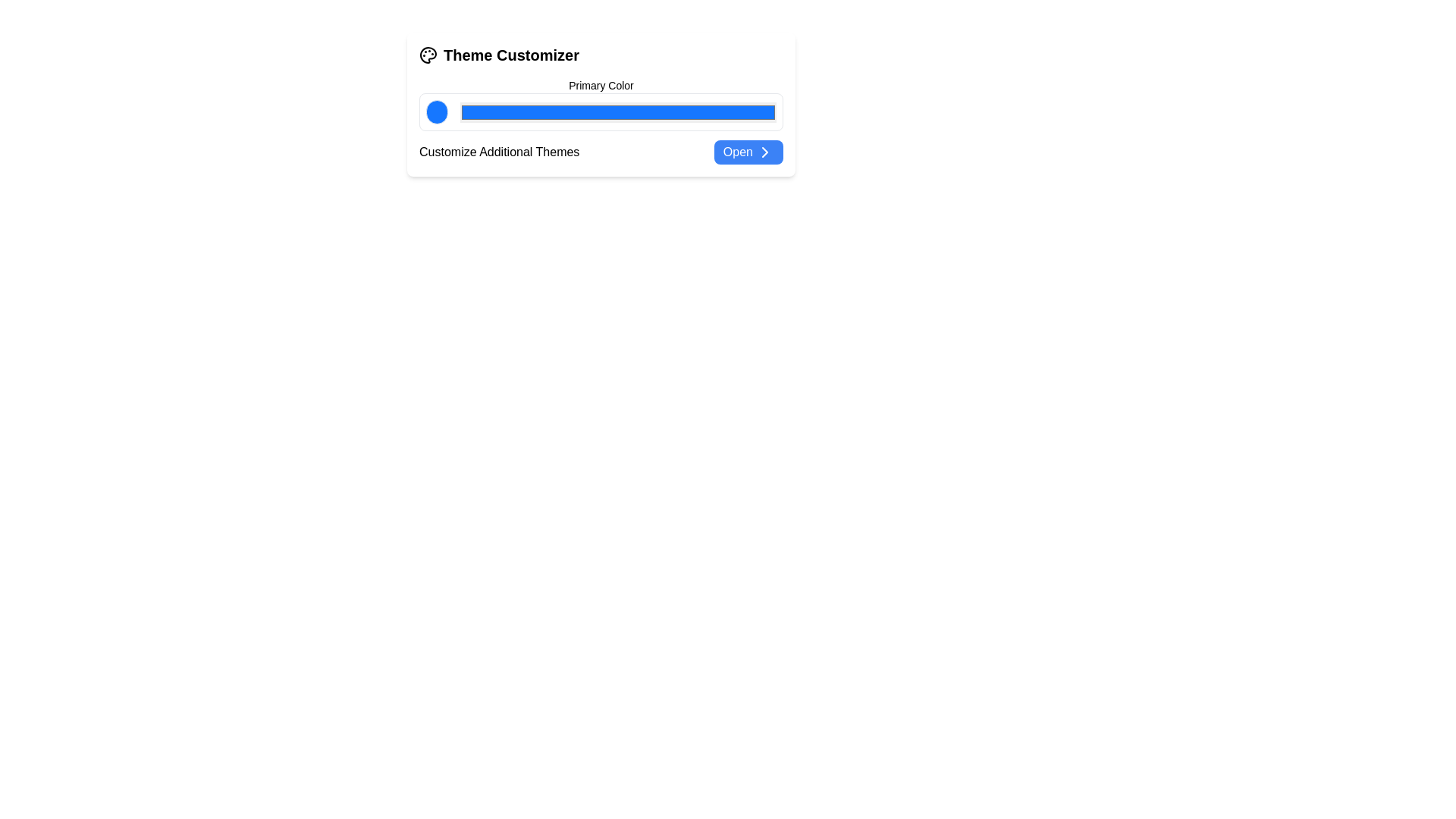  What do you see at coordinates (618, 111) in the screenshot?
I see `the horizontal blue color input field` at bounding box center [618, 111].